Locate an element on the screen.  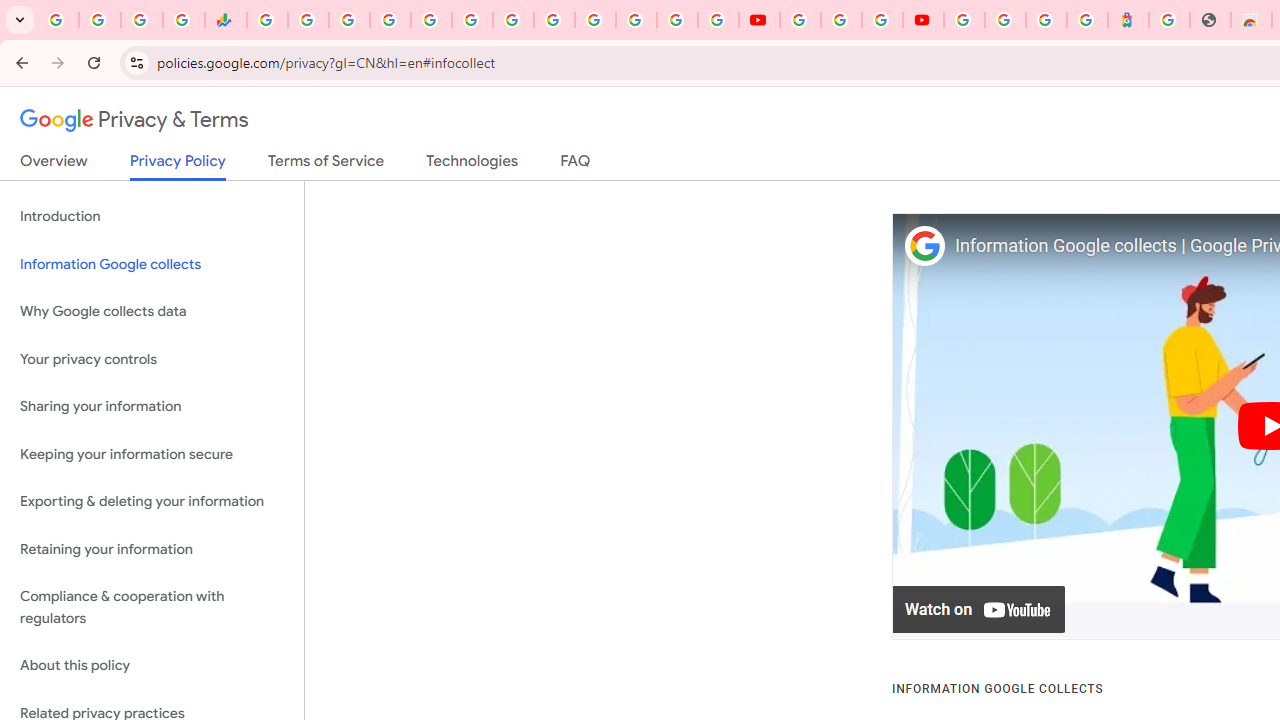
'Watch on YouTube' is located at coordinates (979, 609).